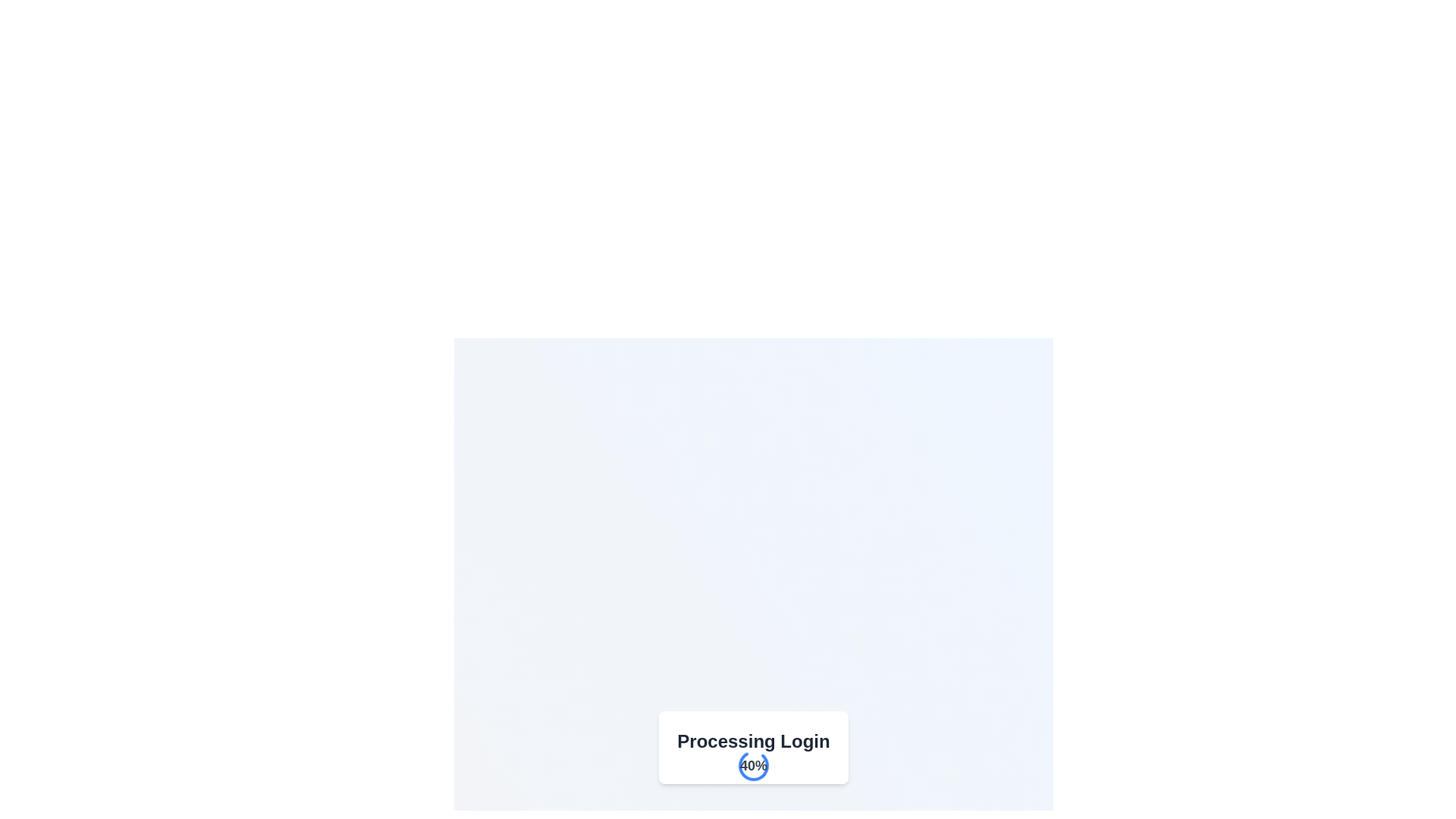 The image size is (1456, 819). Describe the element at coordinates (753, 766) in the screenshot. I see `the text label displaying the current completion percentage, which is located at the center of a circular progress indicator below the 'Processing Login' label` at that location.